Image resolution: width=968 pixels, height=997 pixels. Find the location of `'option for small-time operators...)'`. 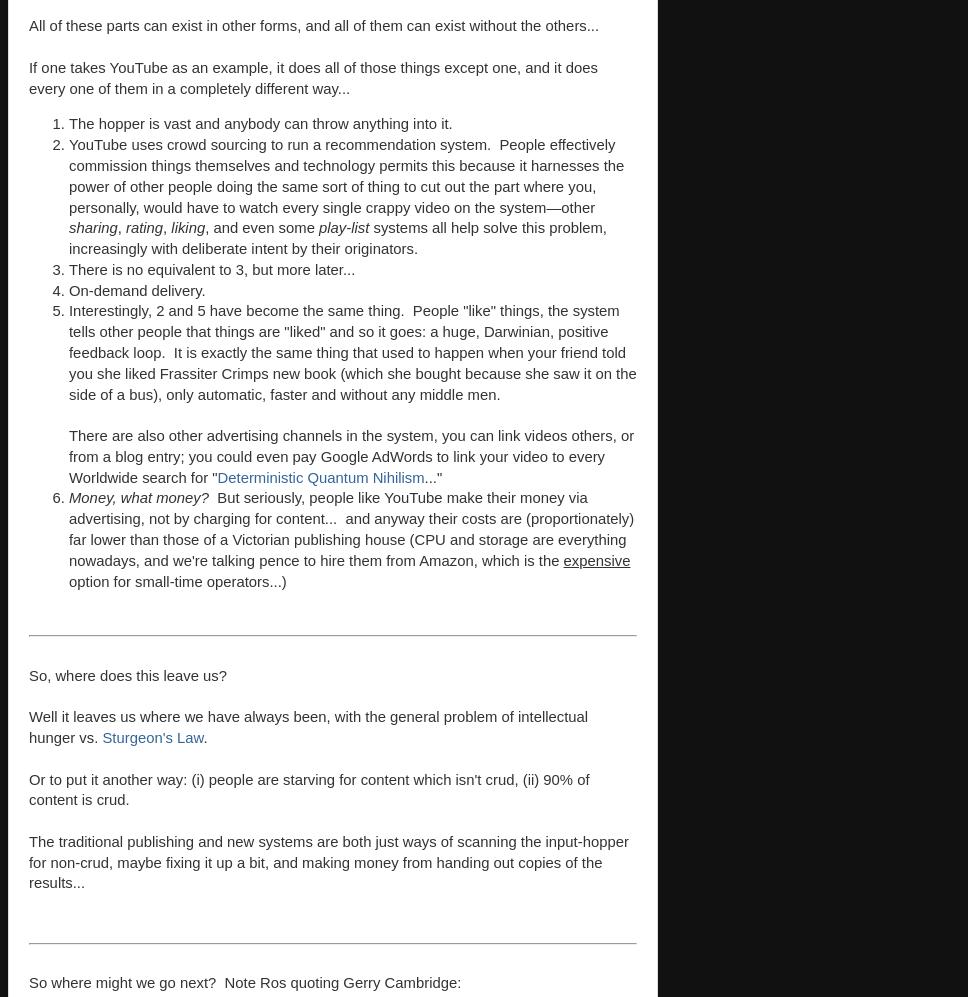

'option for small-time operators...)' is located at coordinates (177, 580).